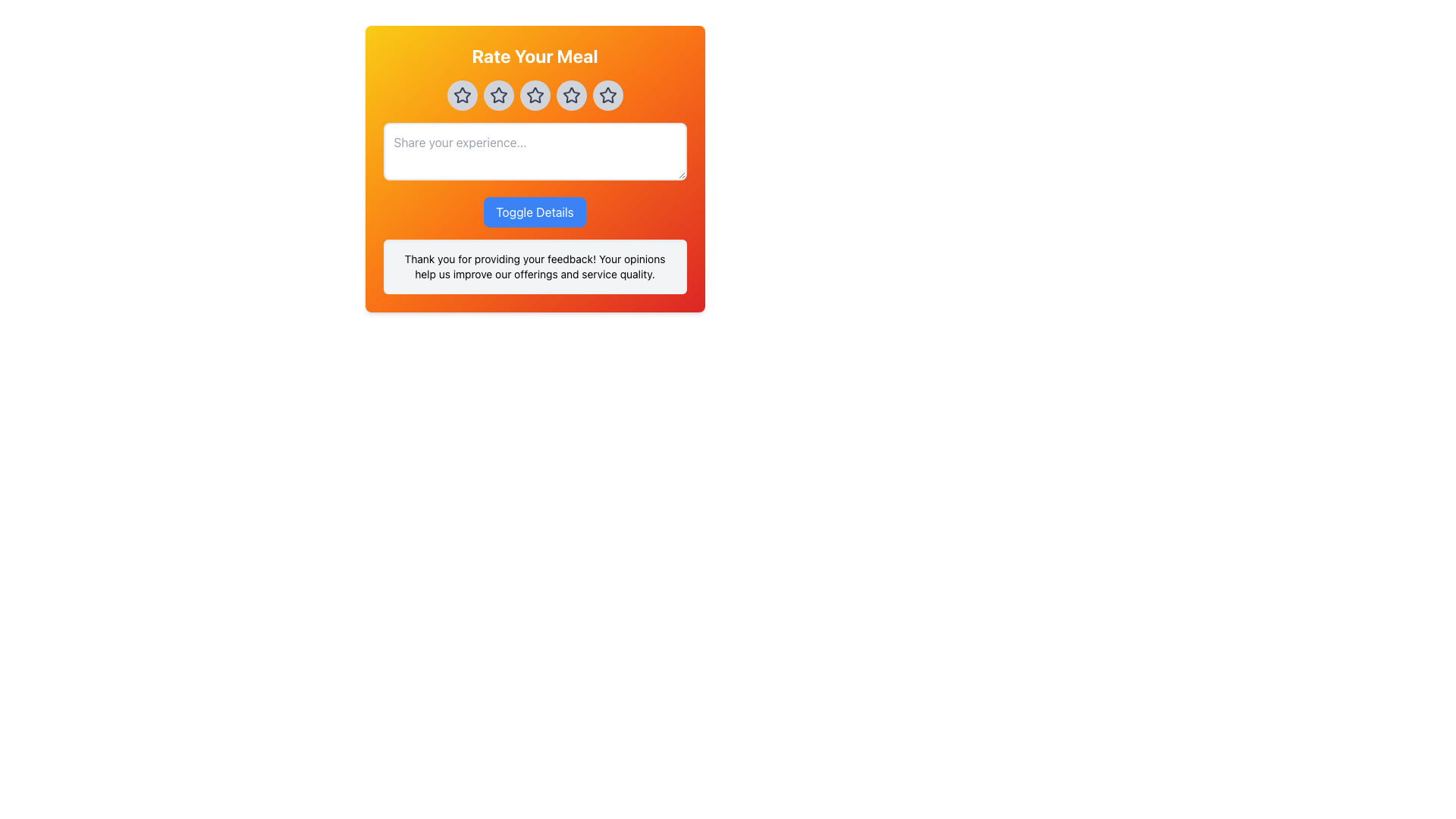 This screenshot has height=819, width=1456. Describe the element at coordinates (535, 96) in the screenshot. I see `the third rating star icon button located below the 'Rate Your Meal' text` at that location.